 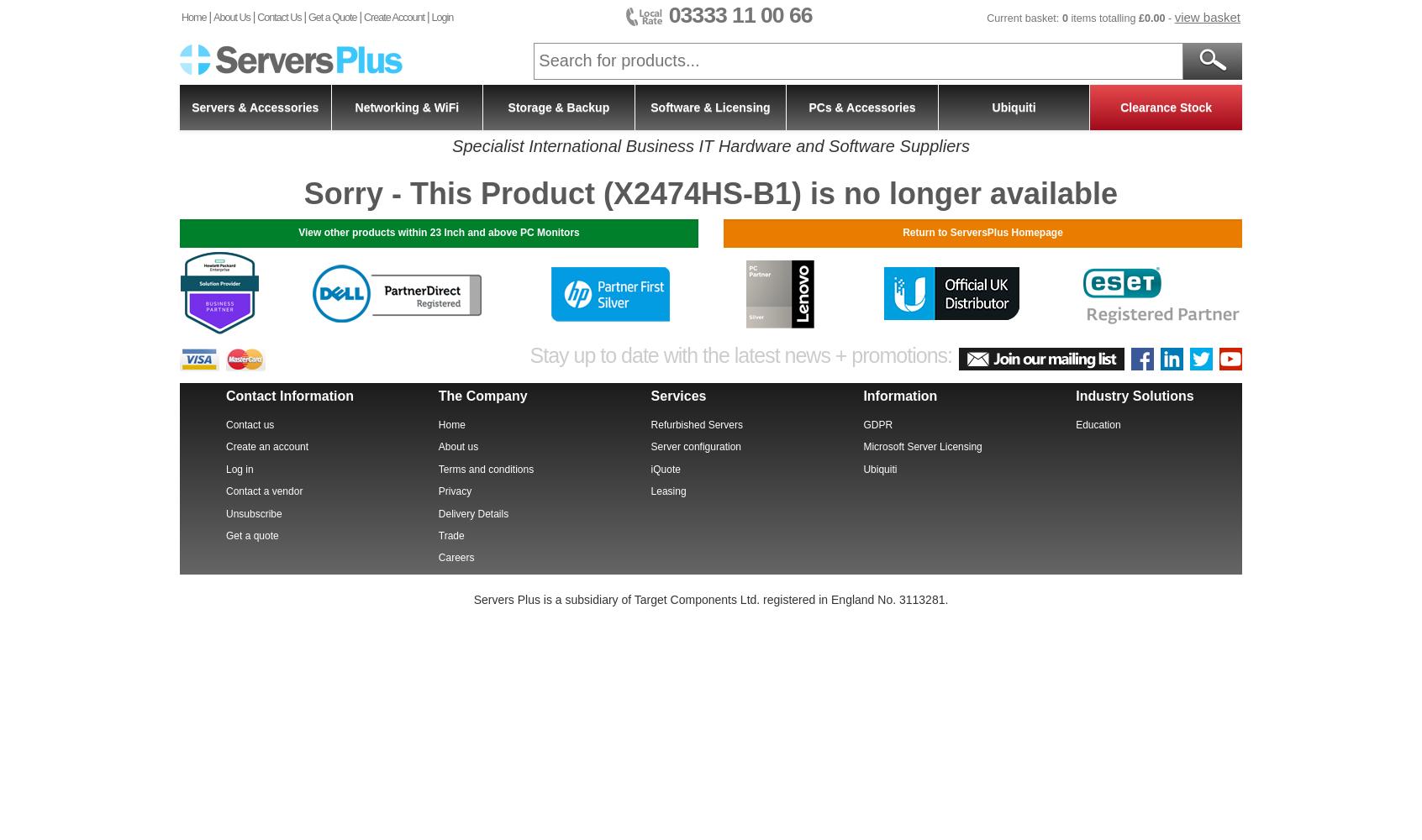 I want to click on 'Log in', so click(x=238, y=469).